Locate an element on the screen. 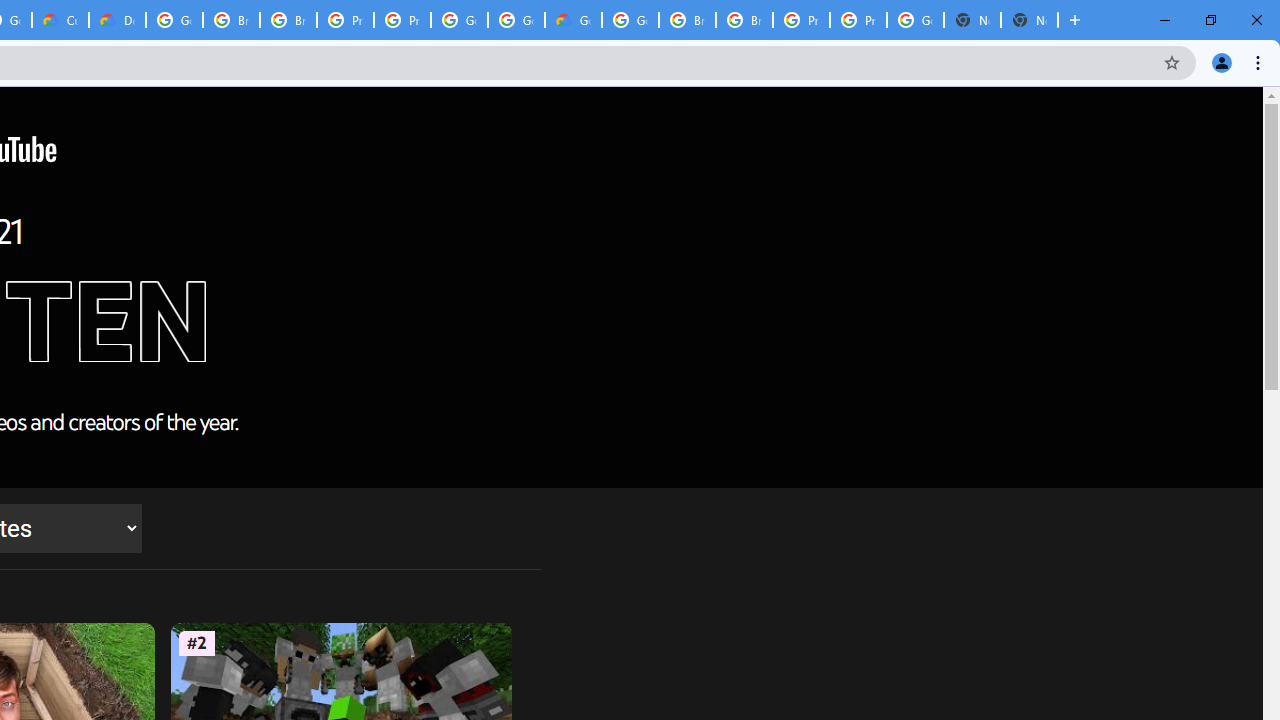  'Google Cloud Platform' is located at coordinates (458, 20).